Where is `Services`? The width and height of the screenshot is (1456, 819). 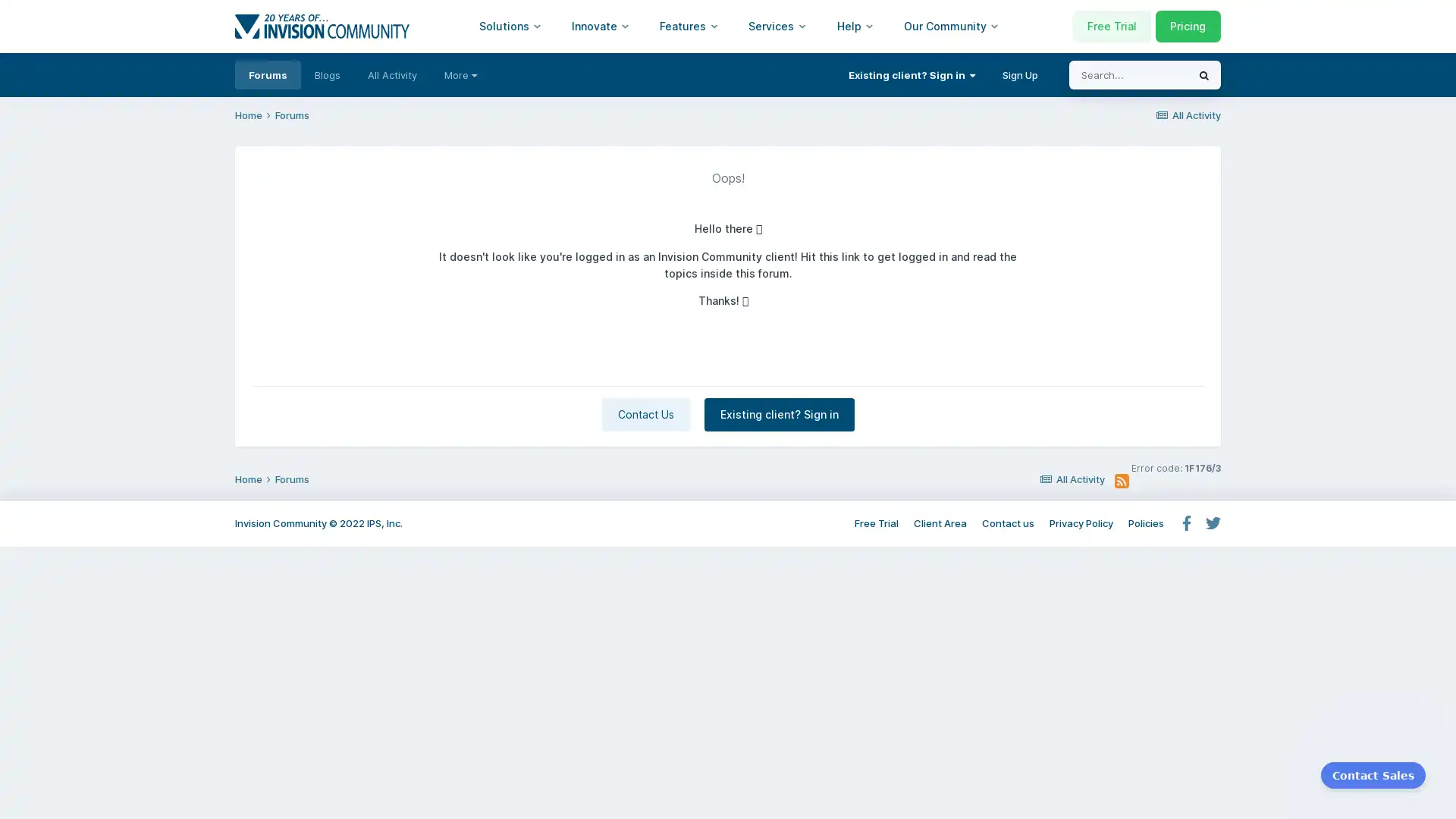 Services is located at coordinates (777, 26).